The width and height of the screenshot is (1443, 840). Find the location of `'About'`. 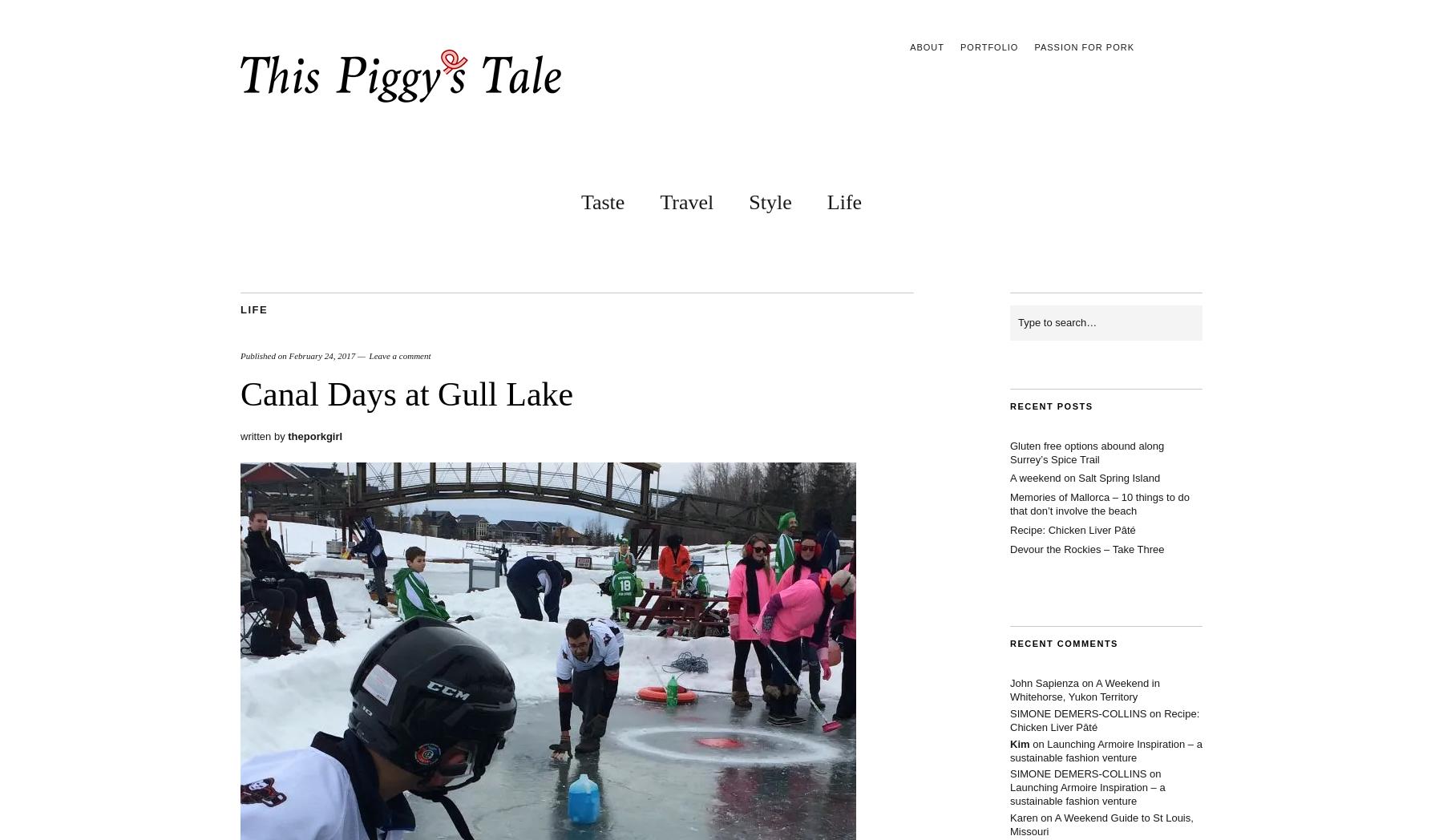

'About' is located at coordinates (926, 47).